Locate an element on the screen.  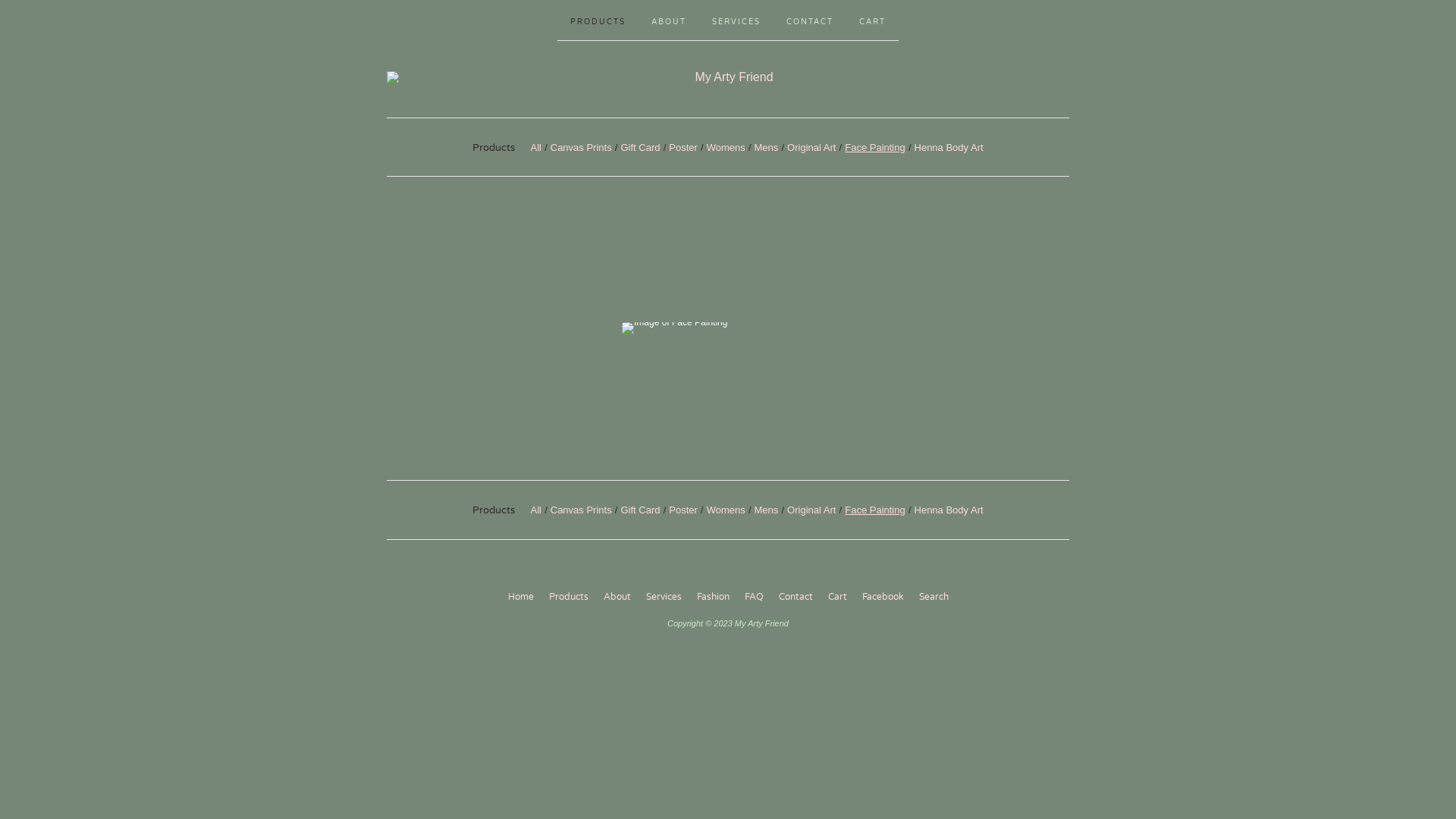
'Home' is located at coordinates (520, 596).